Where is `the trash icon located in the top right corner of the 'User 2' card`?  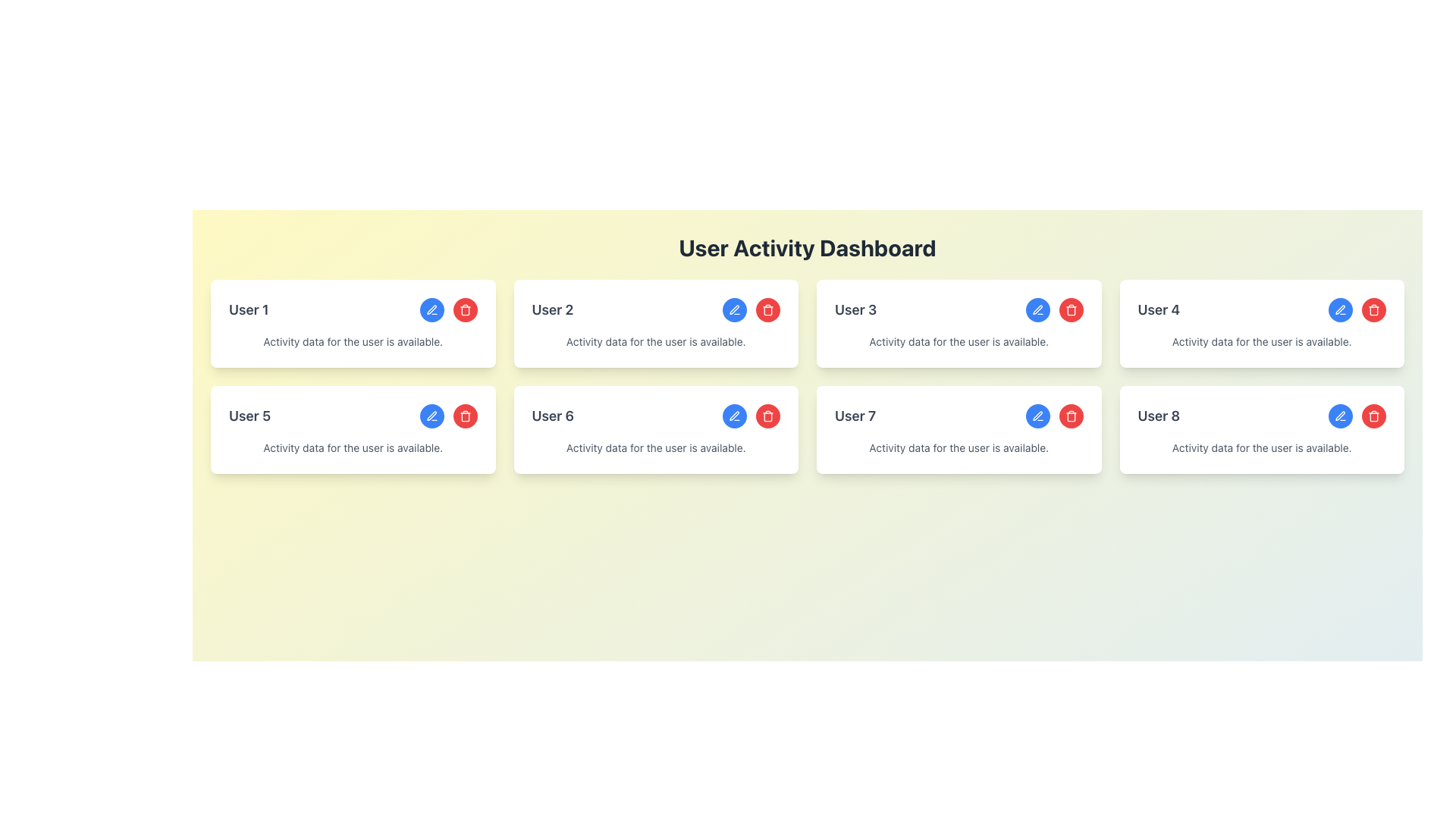
the trash icon located in the top right corner of the 'User 2' card is located at coordinates (767, 309).